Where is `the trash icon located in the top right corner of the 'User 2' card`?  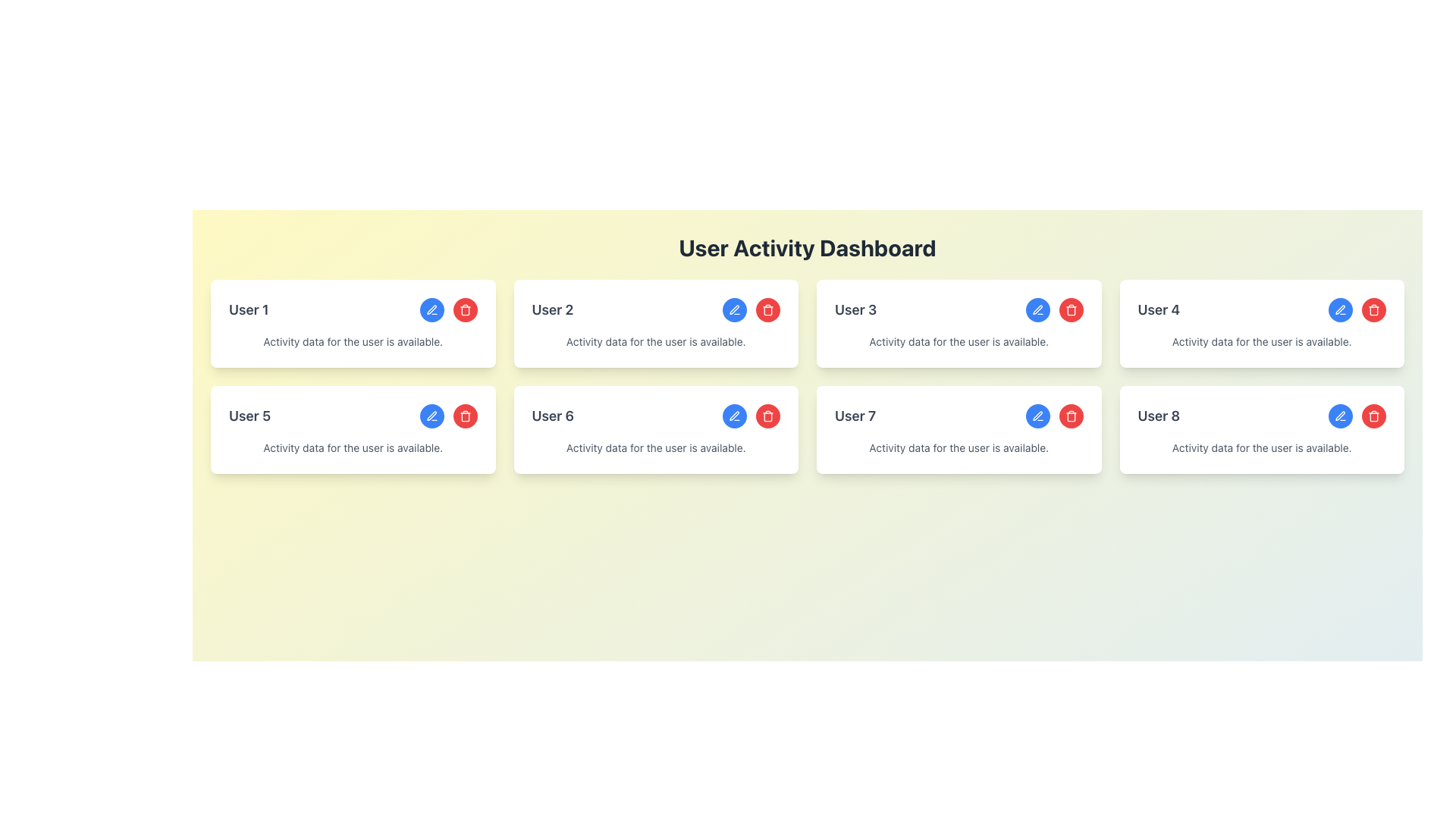
the trash icon located in the top right corner of the 'User 2' card is located at coordinates (767, 309).